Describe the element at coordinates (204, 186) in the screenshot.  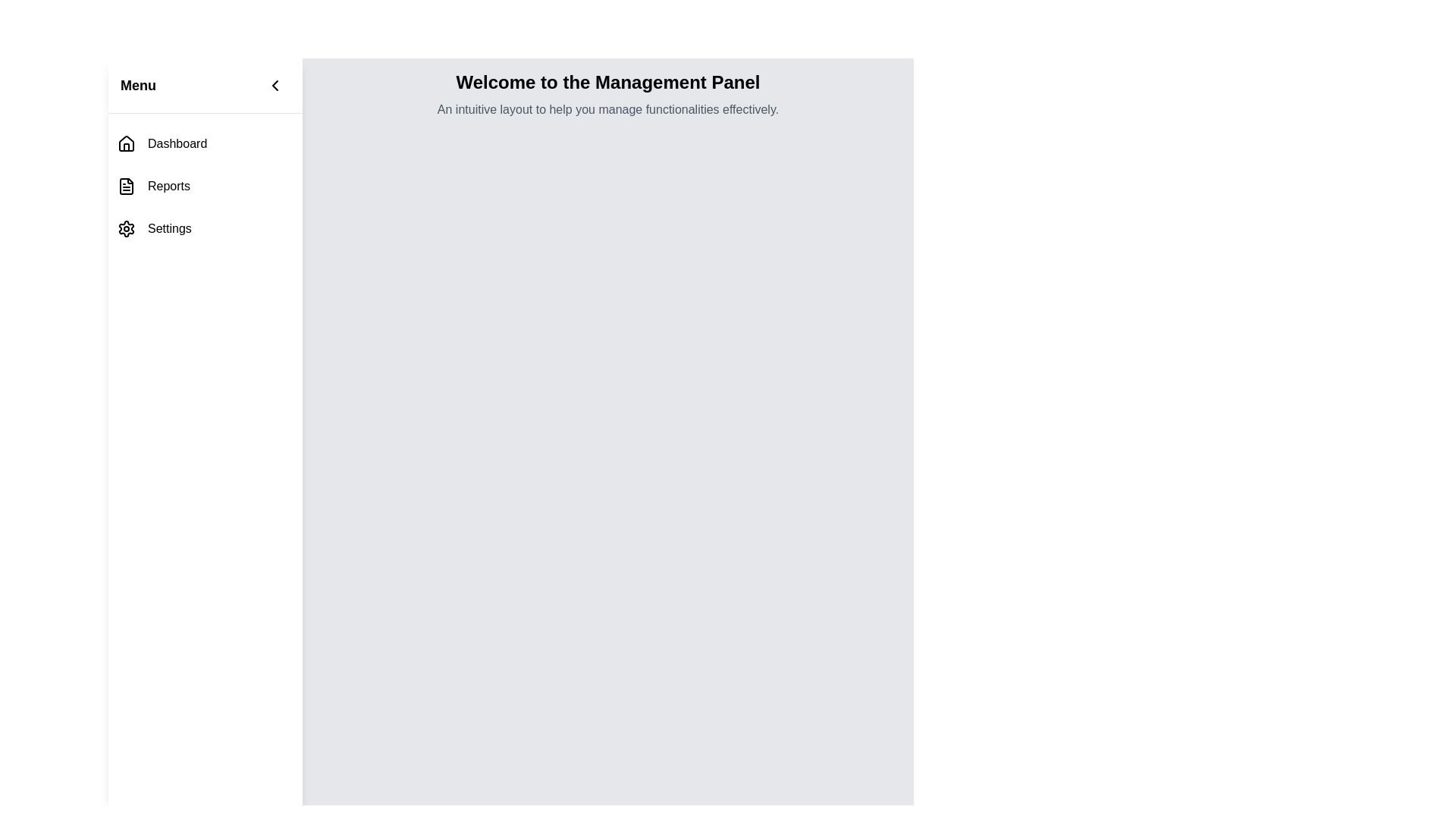
I see `the navigational menu item labeled 'Reports', which is the second item in the vertical navigation menu` at that location.